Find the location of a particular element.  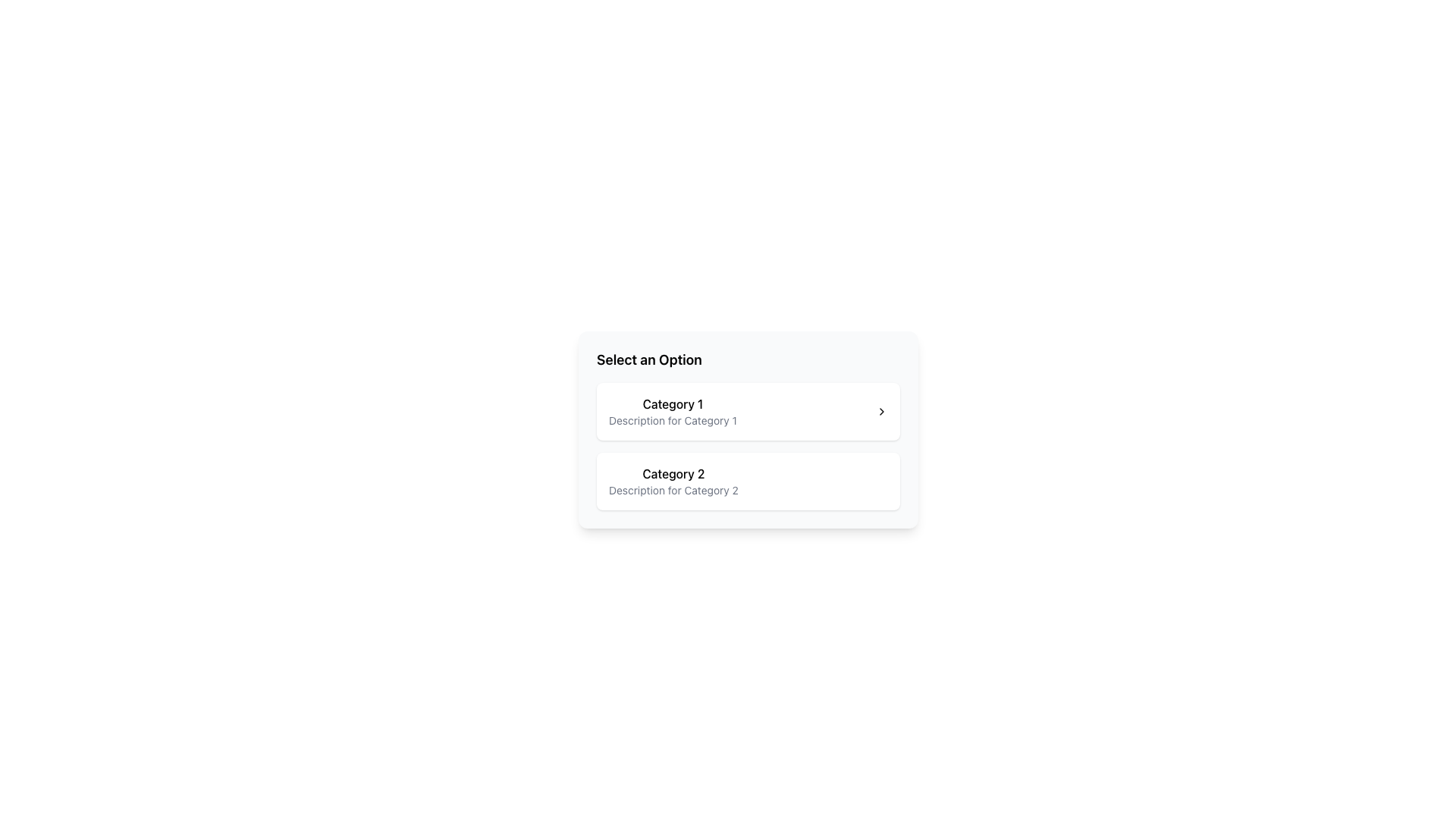

the first list item representing 'Category 1' is located at coordinates (748, 412).